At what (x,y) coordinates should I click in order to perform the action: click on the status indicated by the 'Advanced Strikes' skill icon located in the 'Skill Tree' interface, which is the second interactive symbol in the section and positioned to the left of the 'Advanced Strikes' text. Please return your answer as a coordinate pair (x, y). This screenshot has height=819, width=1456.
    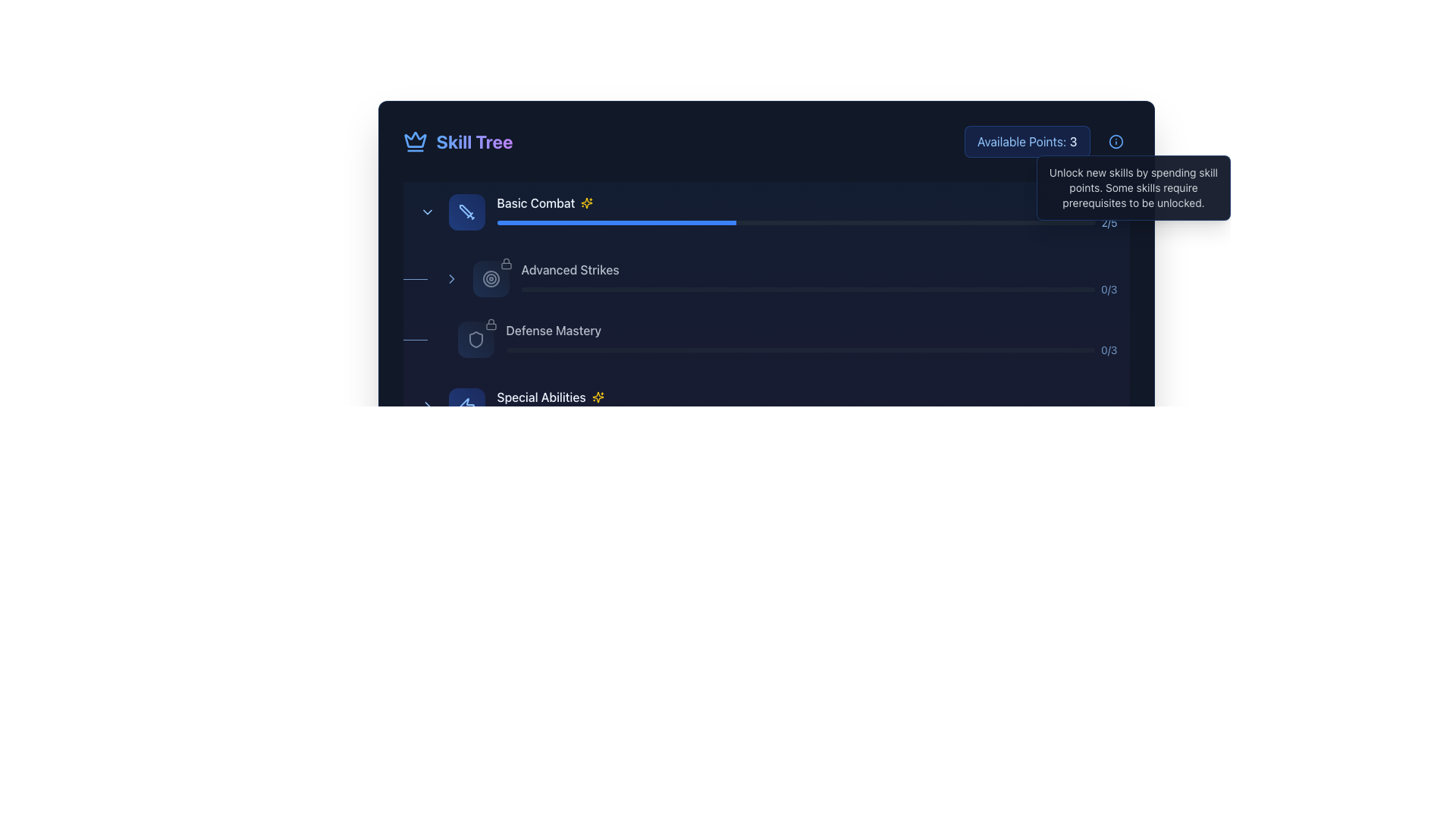
    Looking at the image, I should click on (491, 278).